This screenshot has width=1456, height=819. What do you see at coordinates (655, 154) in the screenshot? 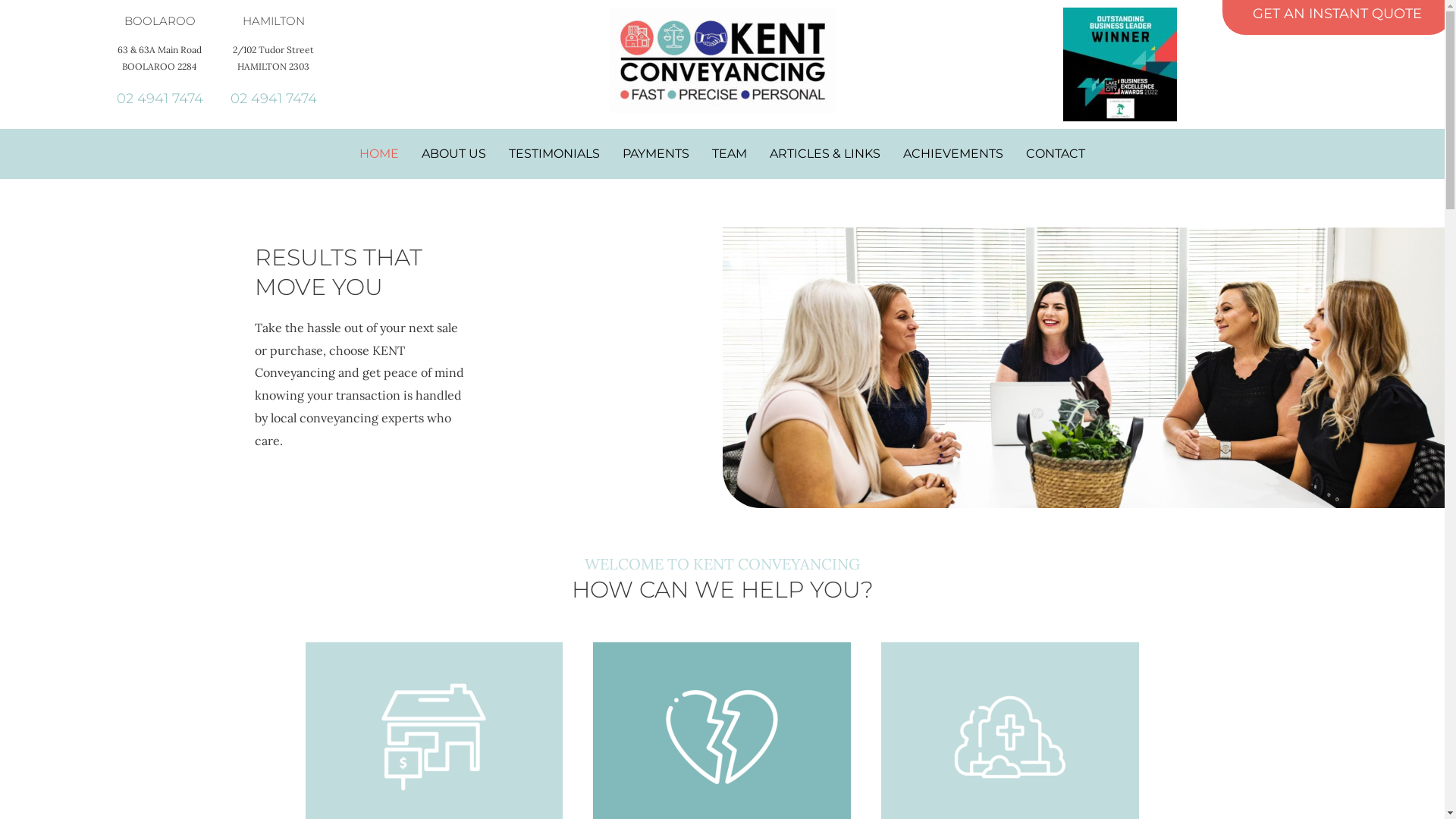
I see `'PAYMENTS'` at bounding box center [655, 154].